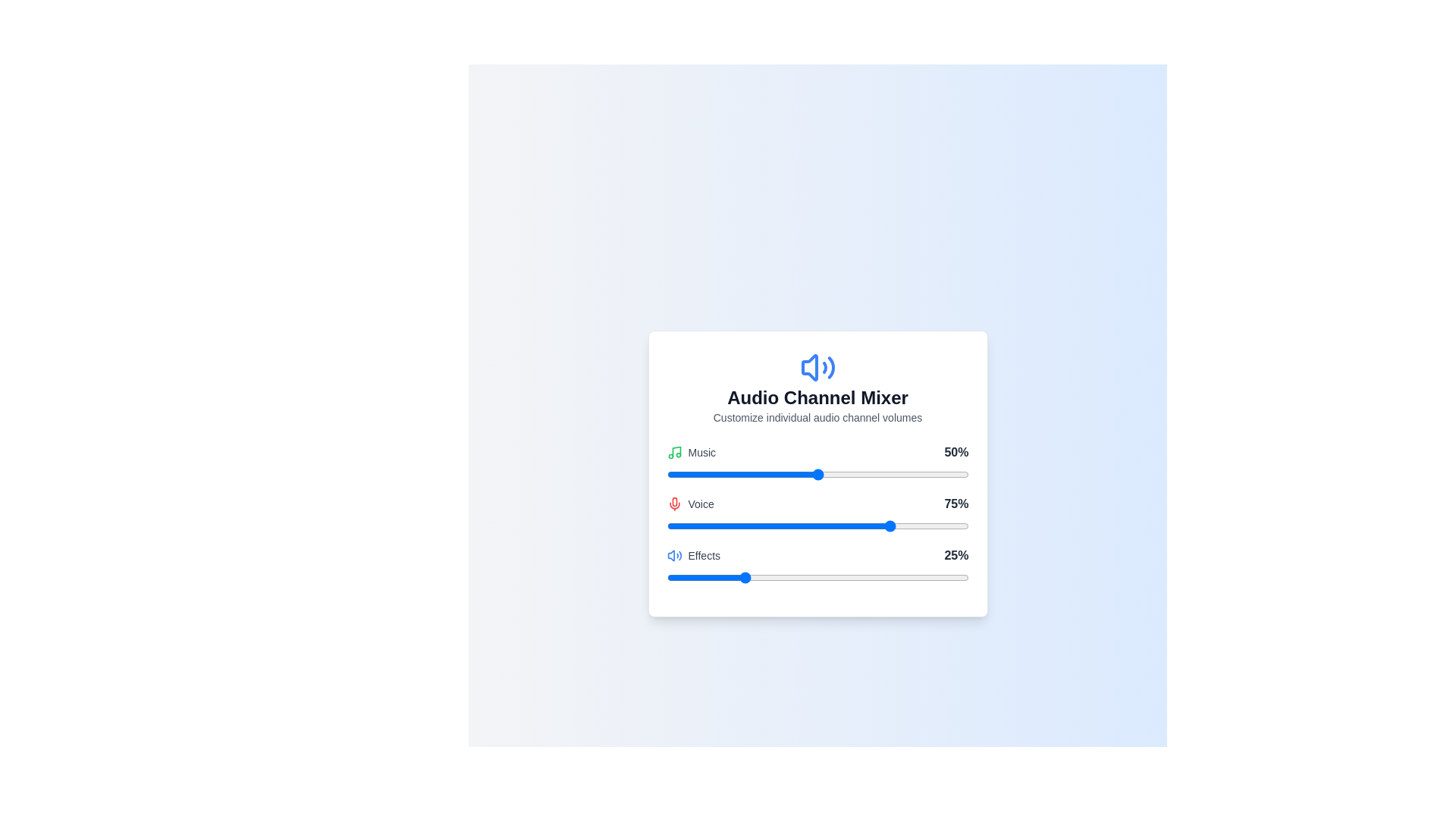 The width and height of the screenshot is (1456, 819). What do you see at coordinates (893, 473) in the screenshot?
I see `music volume` at bounding box center [893, 473].